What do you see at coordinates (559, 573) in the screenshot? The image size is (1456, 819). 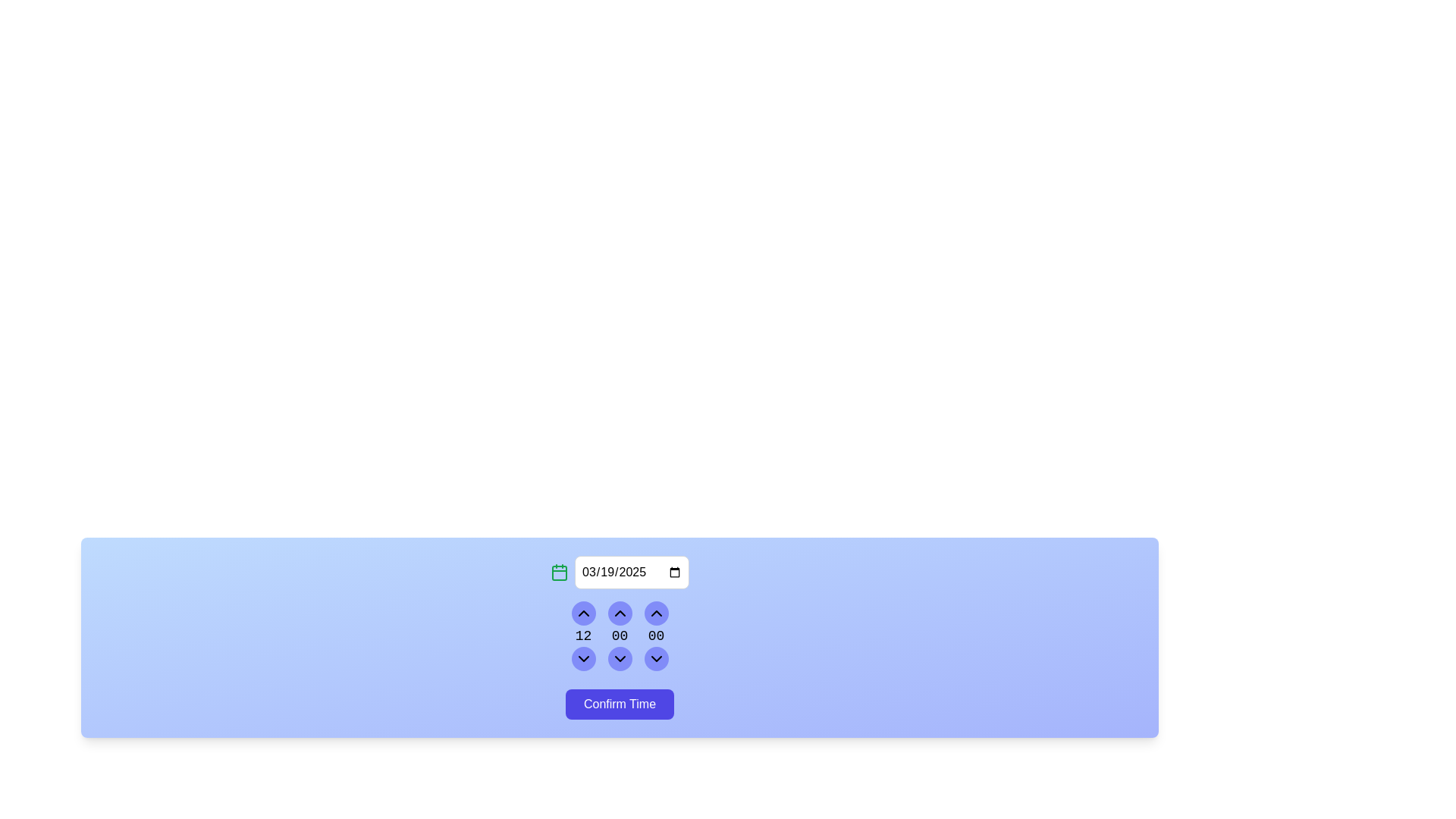 I see `the green square calendar icon located to the left of the date input field with the placeholder '03/19/2025'` at bounding box center [559, 573].